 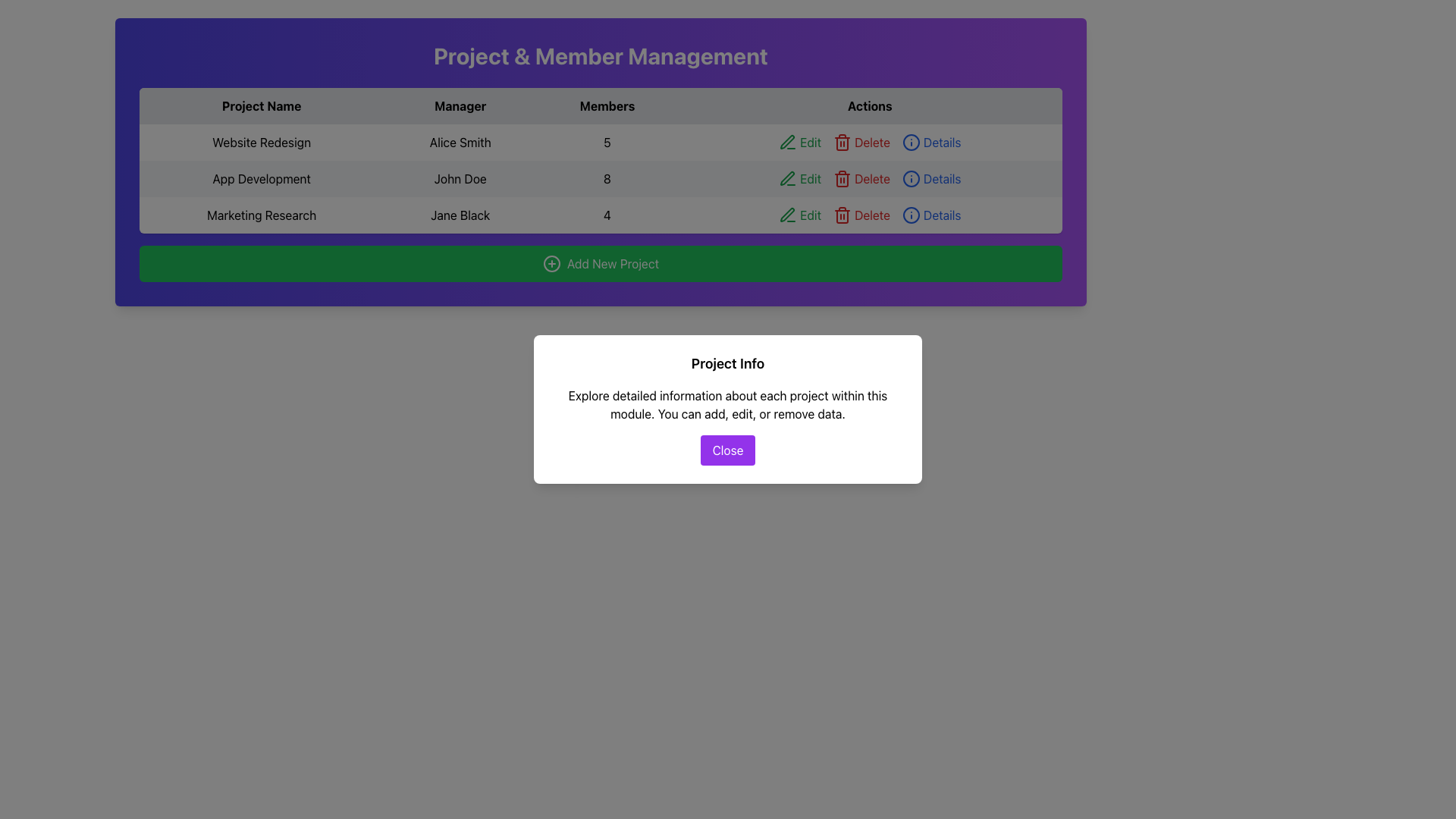 I want to click on the informational label displaying the number '4' in the 'Members' column of the 'Marketing Research' row in the table, so click(x=607, y=215).